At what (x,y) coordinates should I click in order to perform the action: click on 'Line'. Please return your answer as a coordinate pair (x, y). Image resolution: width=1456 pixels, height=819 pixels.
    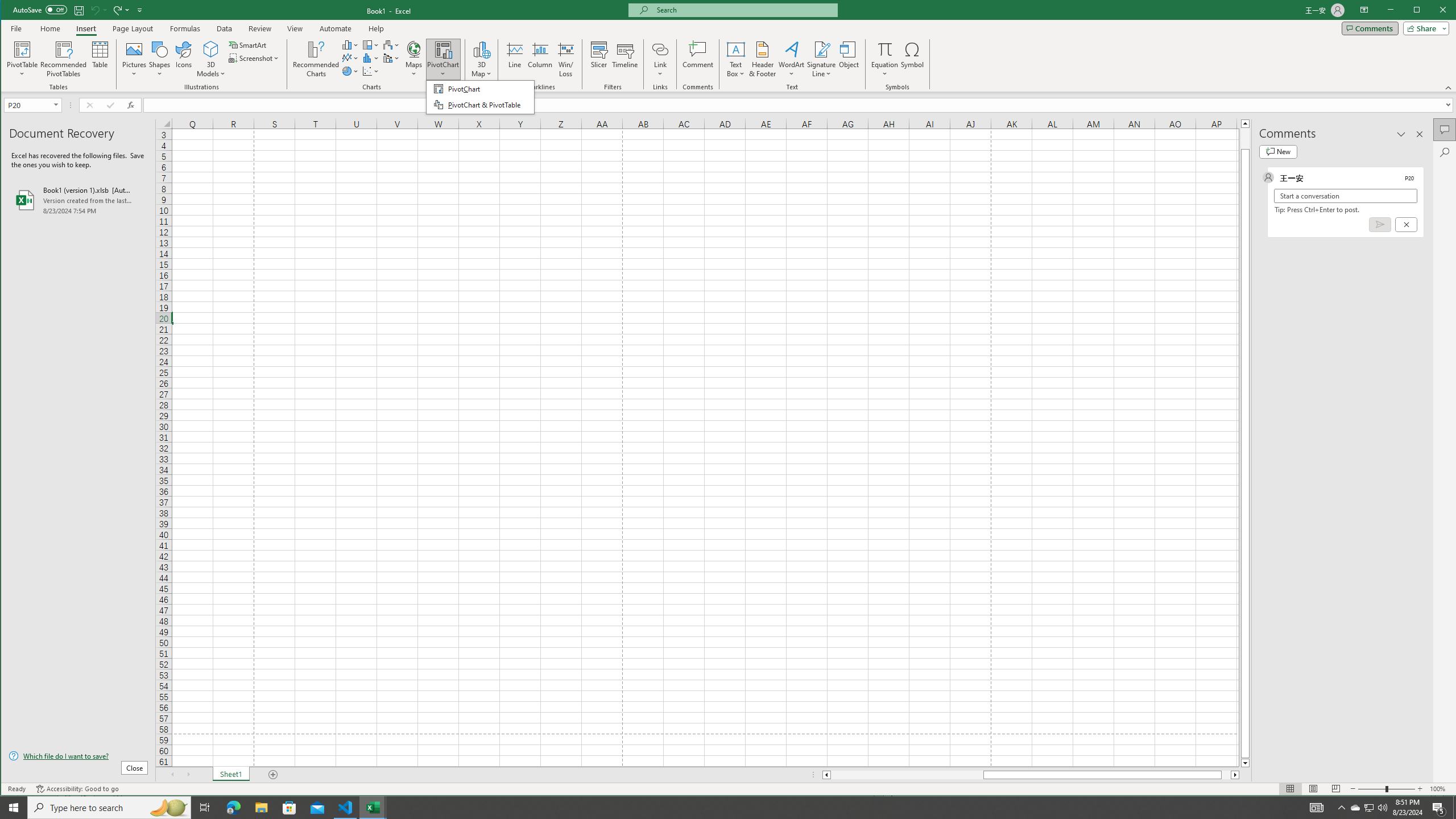
    Looking at the image, I should click on (514, 59).